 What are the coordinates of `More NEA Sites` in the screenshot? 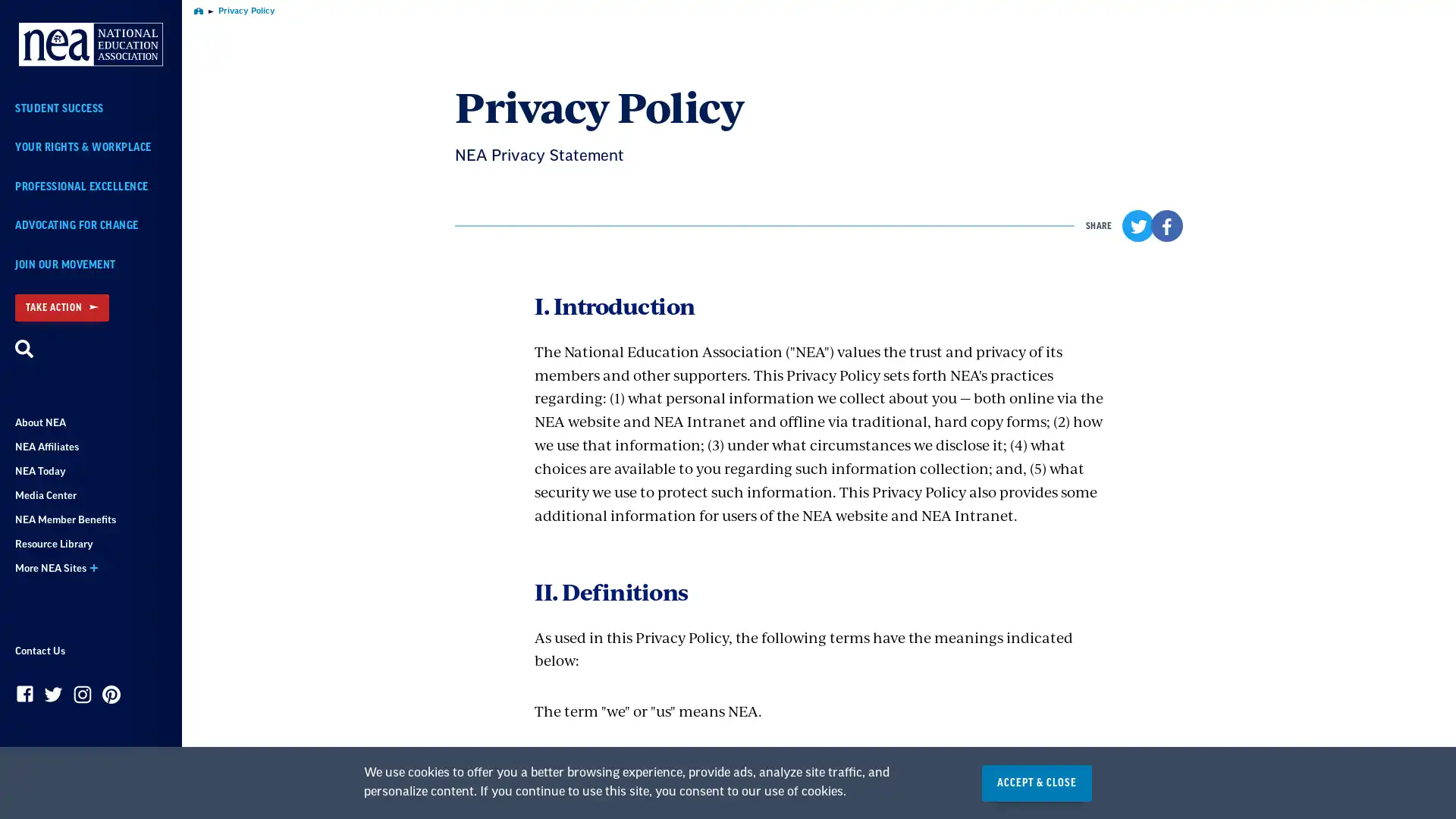 It's located at (90, 568).